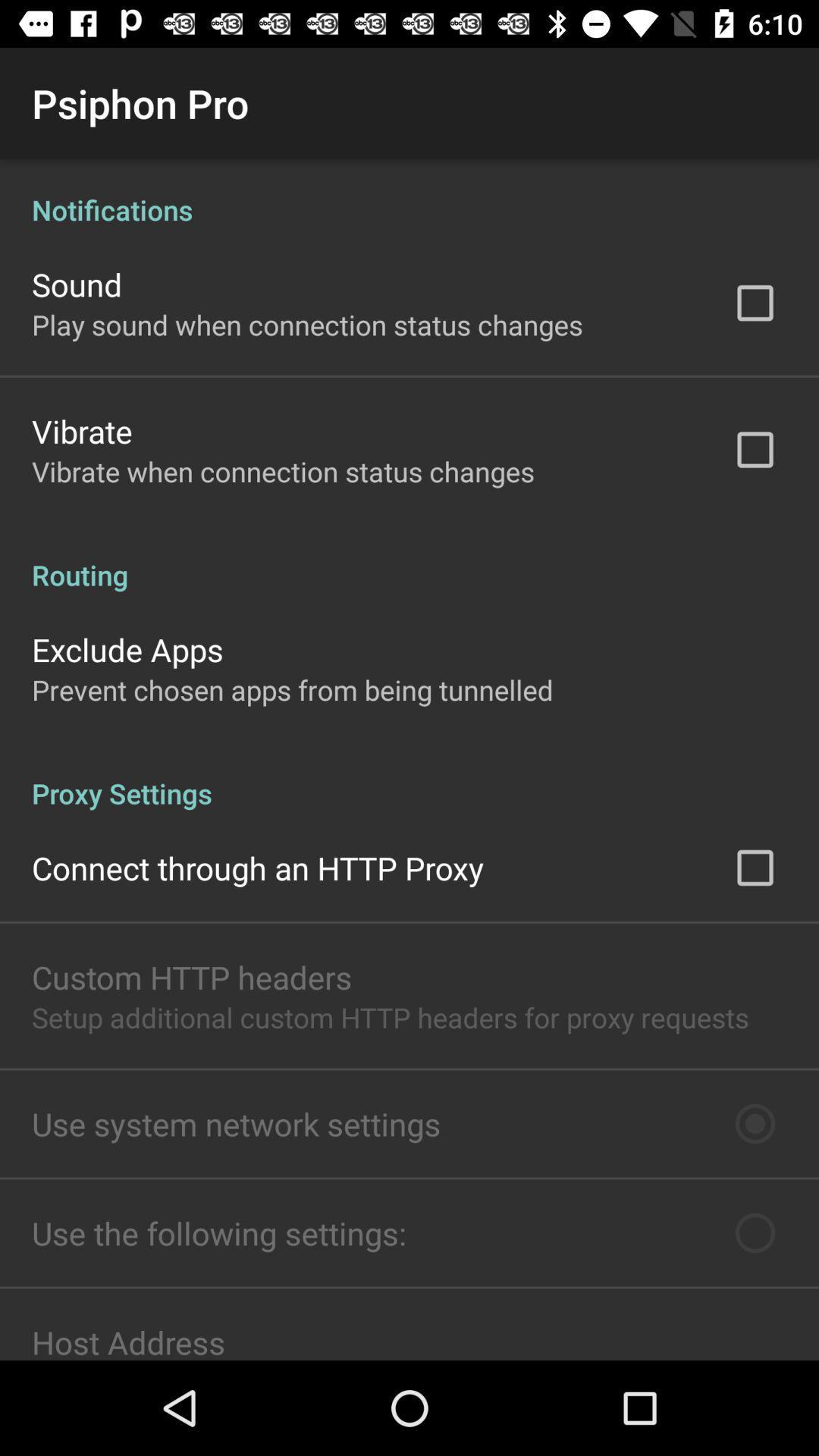 The width and height of the screenshot is (819, 1456). What do you see at coordinates (292, 689) in the screenshot?
I see `the prevent chosen apps` at bounding box center [292, 689].